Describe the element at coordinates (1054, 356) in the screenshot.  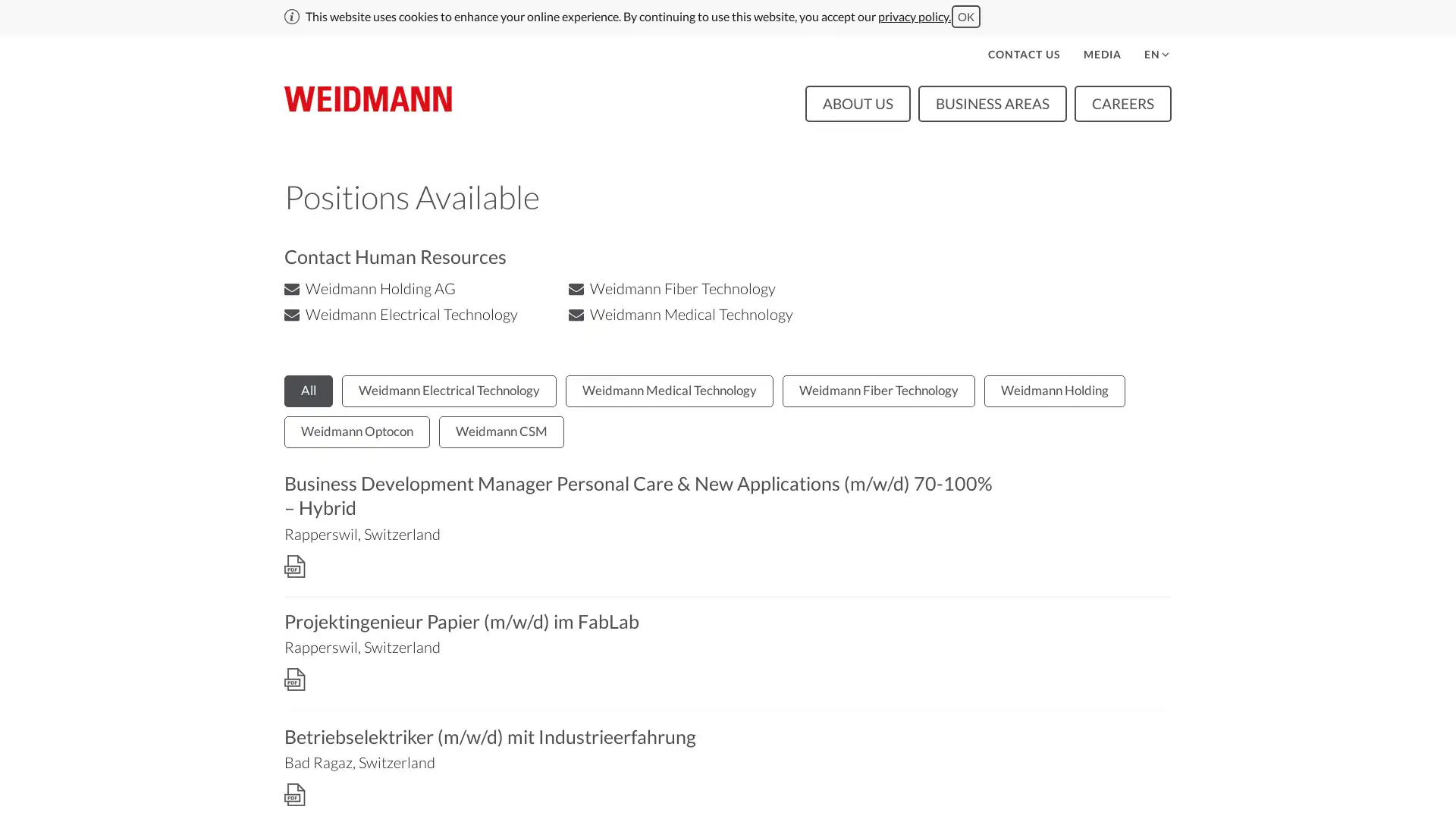
I see `Weidmann Holding` at that location.